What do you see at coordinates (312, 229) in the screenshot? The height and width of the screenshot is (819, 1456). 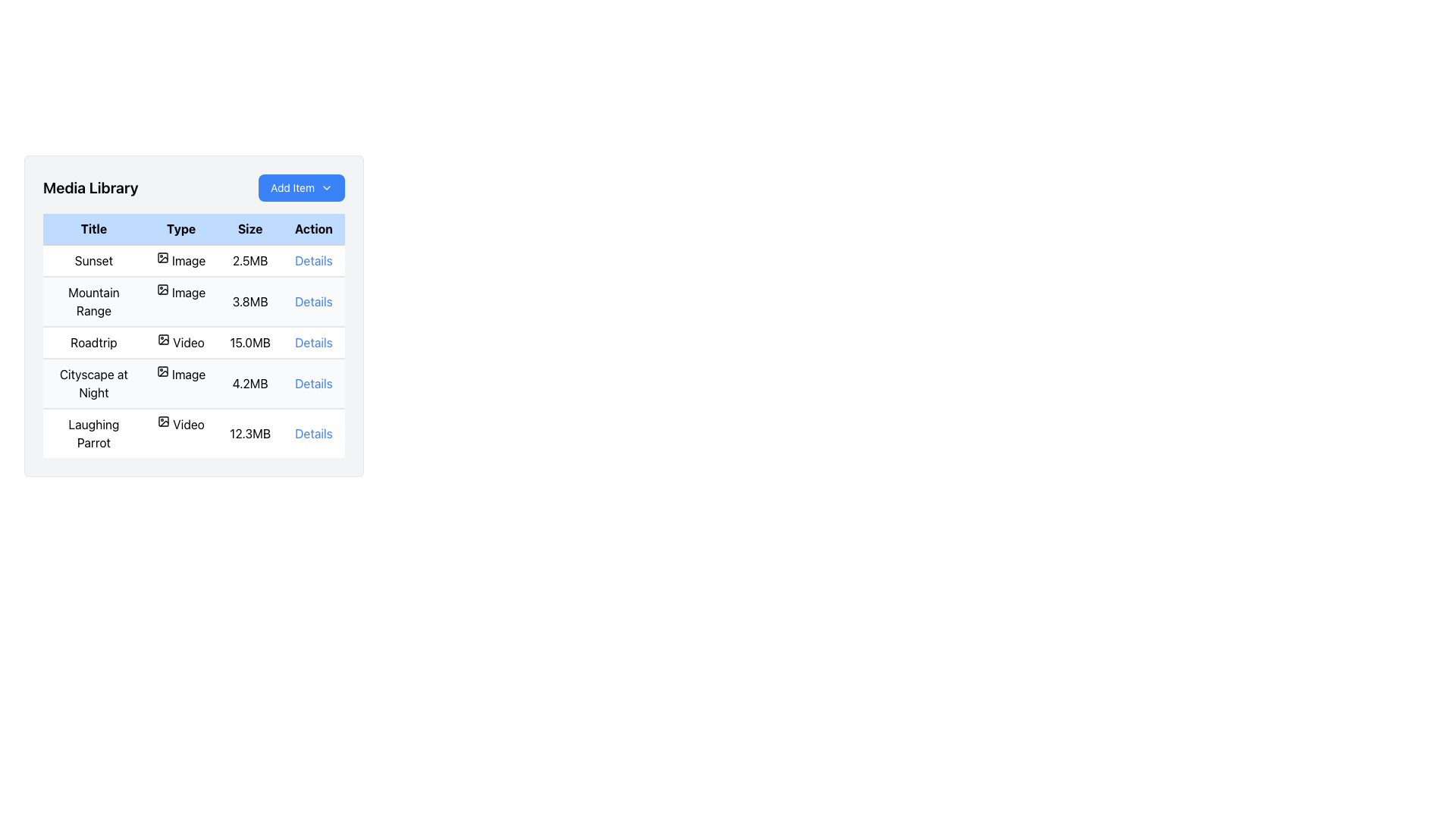 I see `the 'Action' column header in the data table, which is the fourth column header located at the rightmost portion of the header row, directly after the 'Size' column` at bounding box center [312, 229].